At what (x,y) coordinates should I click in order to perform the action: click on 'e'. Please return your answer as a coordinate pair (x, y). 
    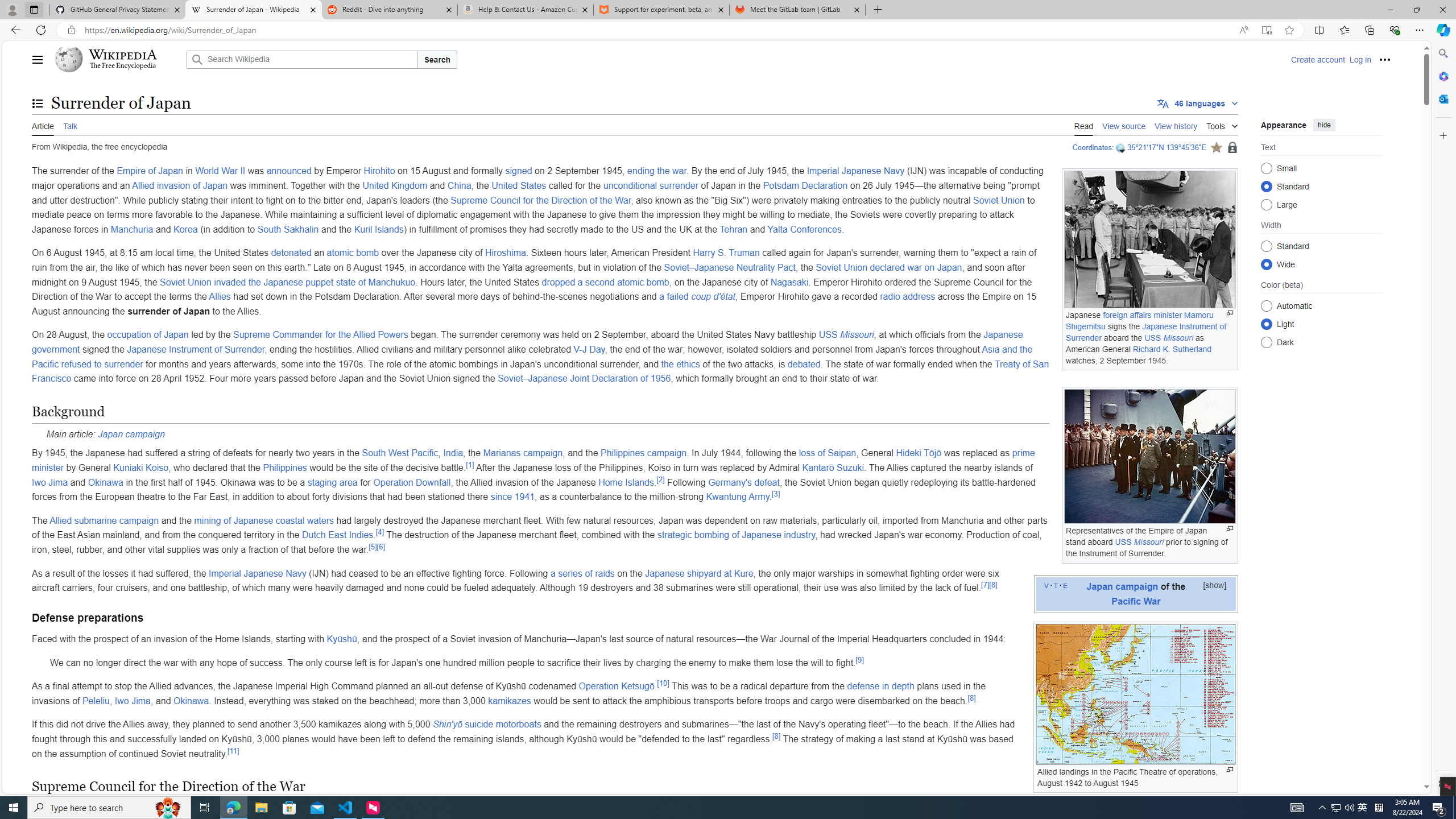
    Looking at the image, I should click on (1064, 584).